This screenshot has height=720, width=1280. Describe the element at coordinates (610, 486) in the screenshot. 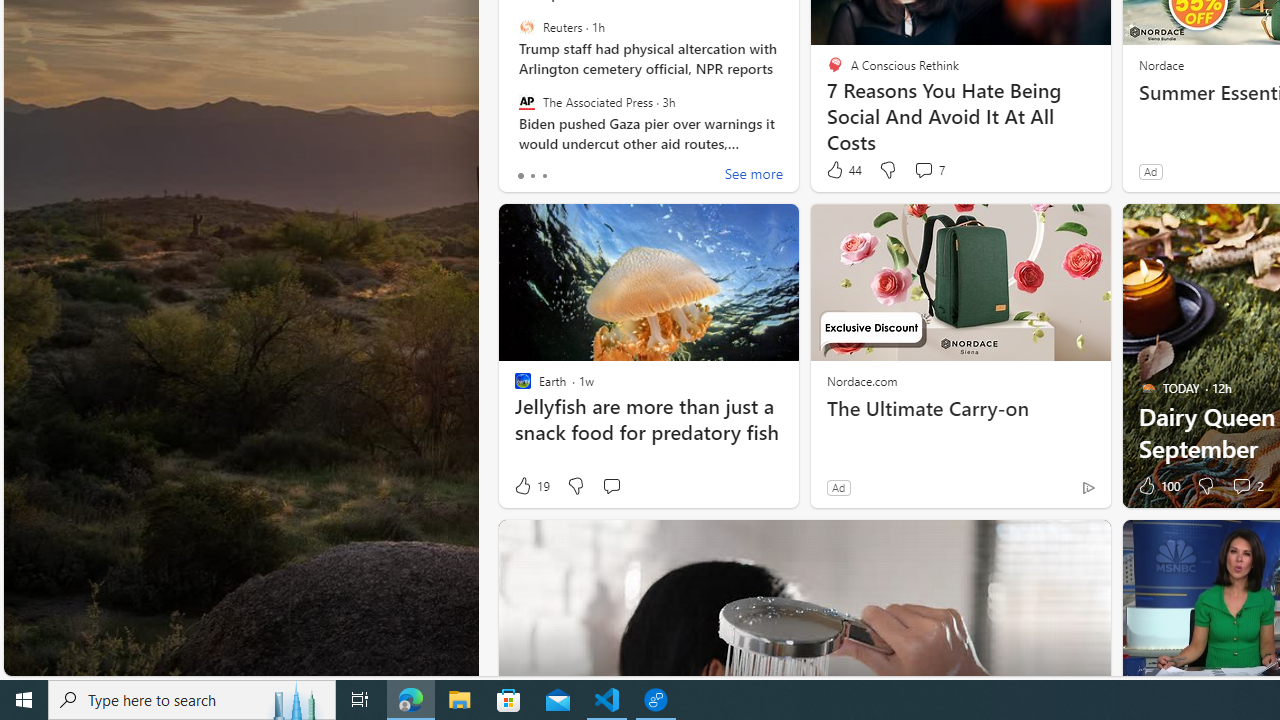

I see `'Start the conversation'` at that location.